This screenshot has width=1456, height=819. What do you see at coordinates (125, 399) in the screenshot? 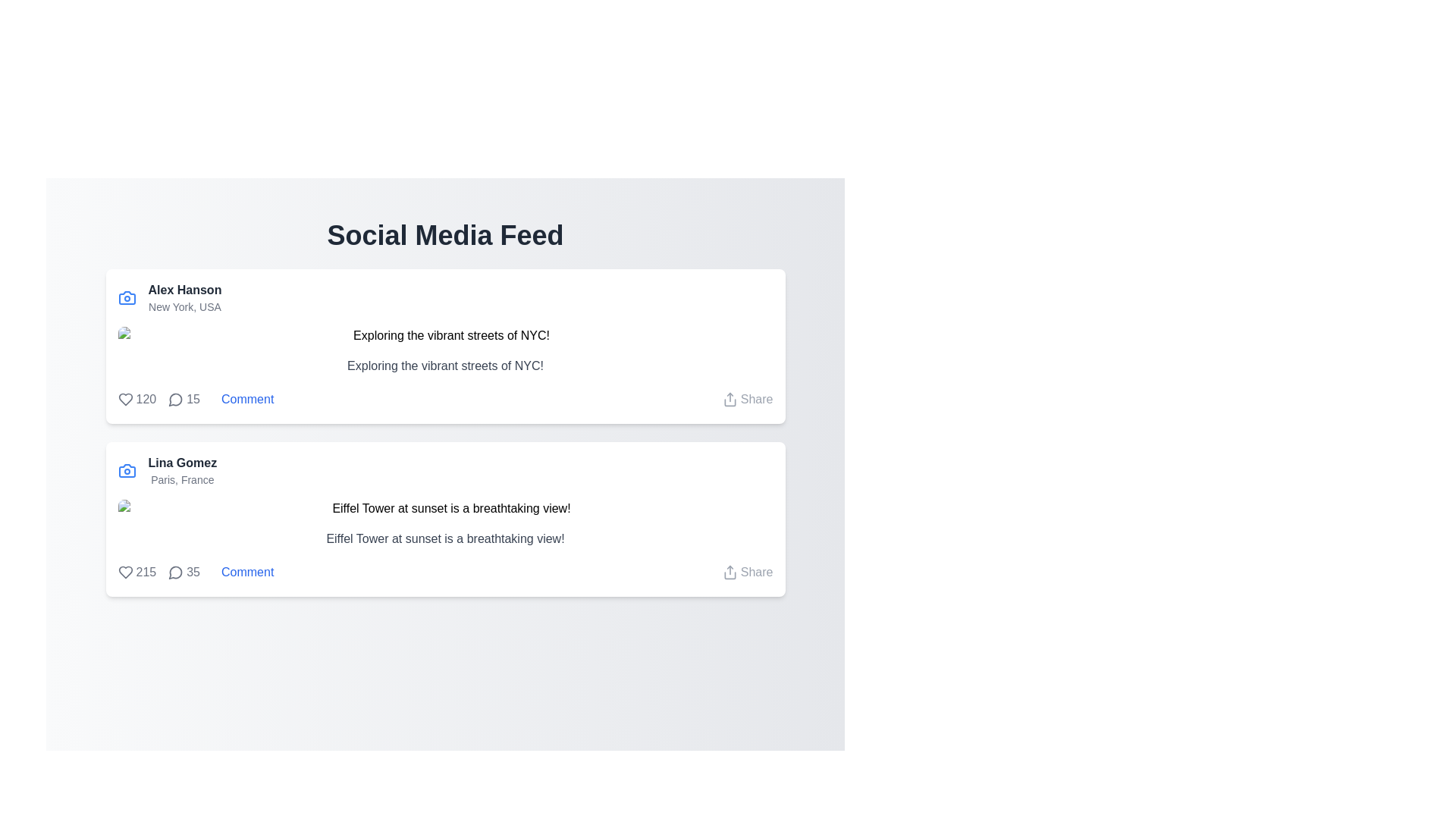
I see `the stylized heart icon located at the bottom left corner of the first feed post to like or unlike the post` at bounding box center [125, 399].